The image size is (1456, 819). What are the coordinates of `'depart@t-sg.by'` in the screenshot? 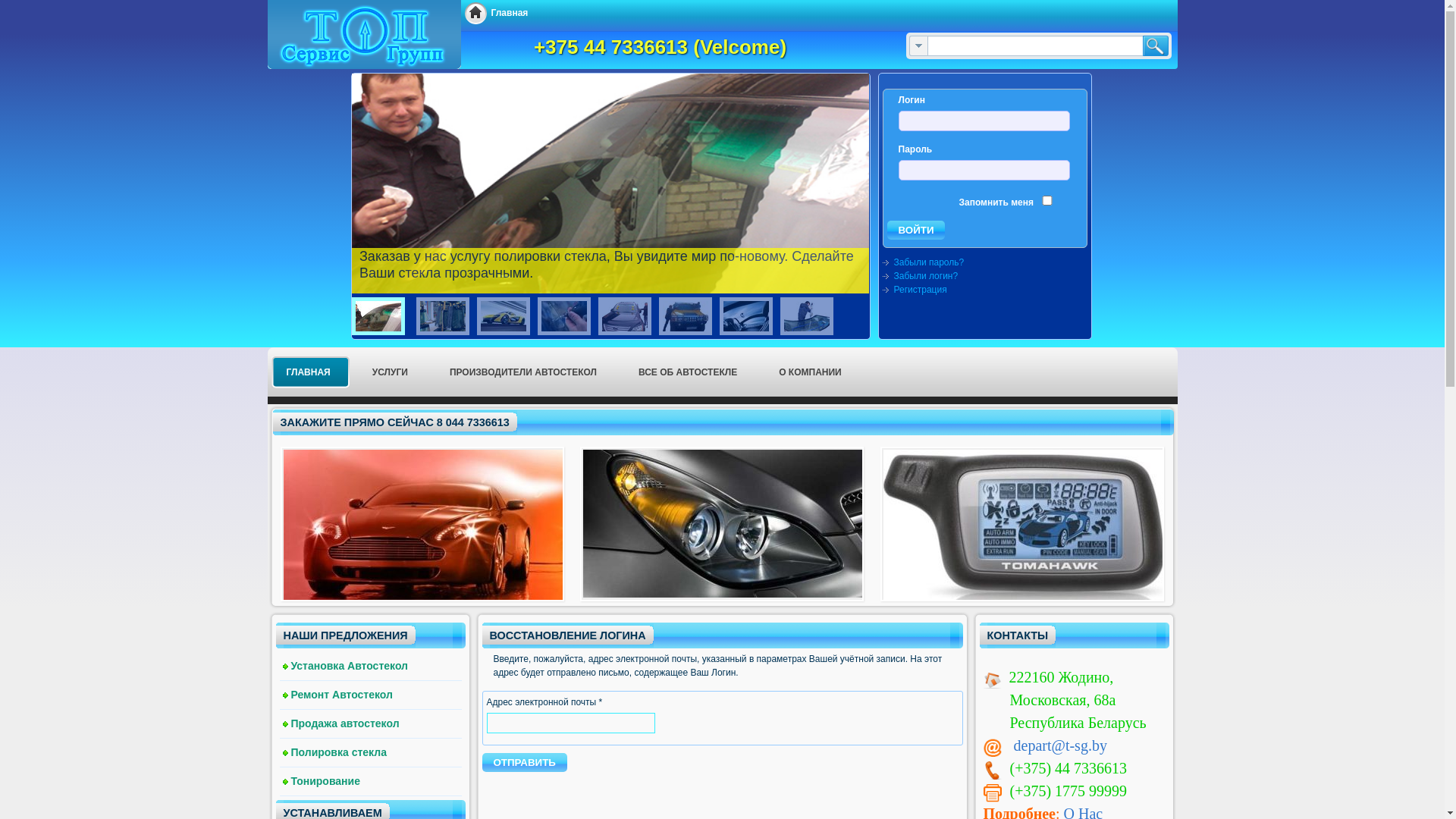 It's located at (1059, 745).